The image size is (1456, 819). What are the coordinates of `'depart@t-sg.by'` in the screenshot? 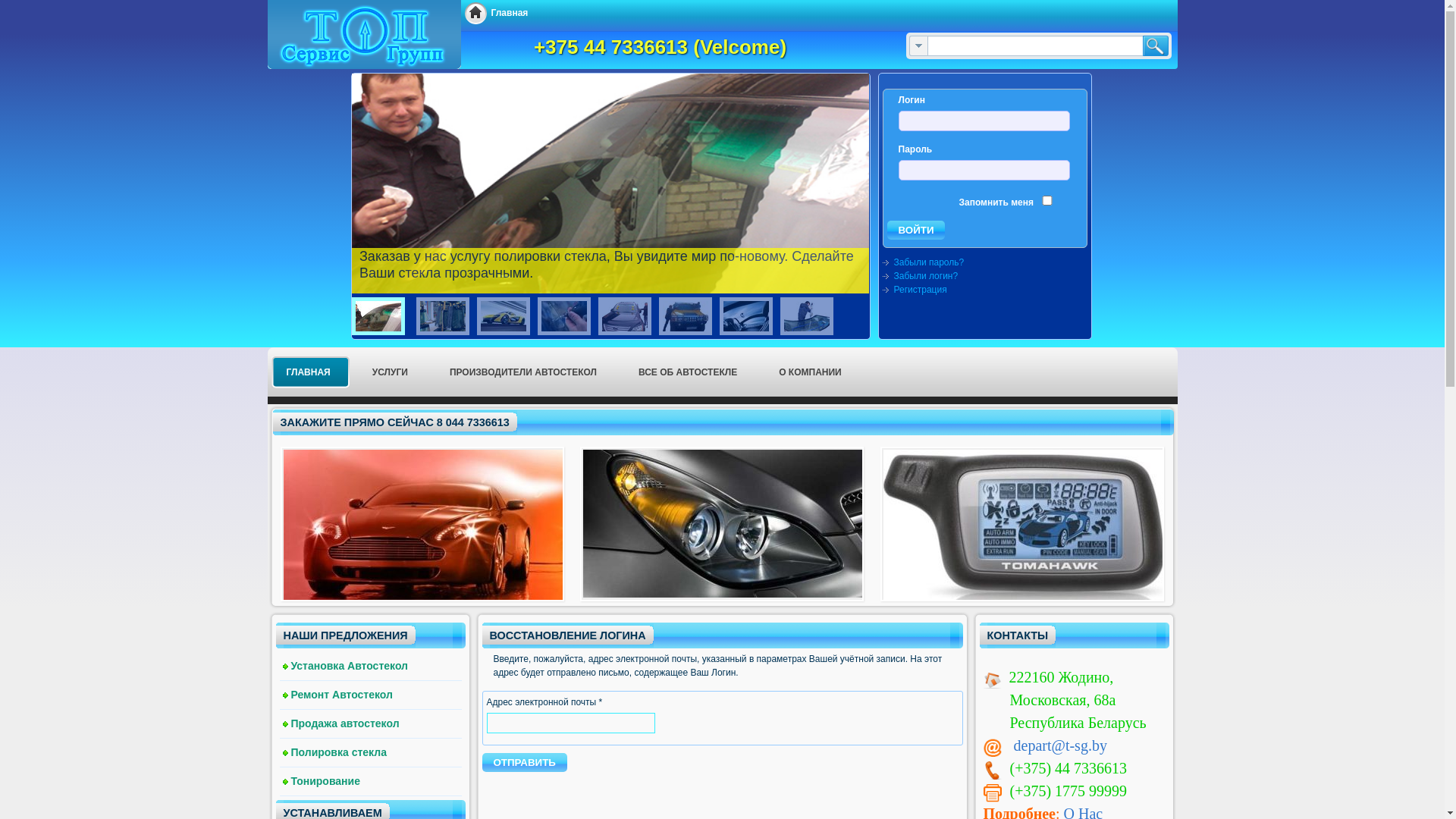 It's located at (1059, 745).